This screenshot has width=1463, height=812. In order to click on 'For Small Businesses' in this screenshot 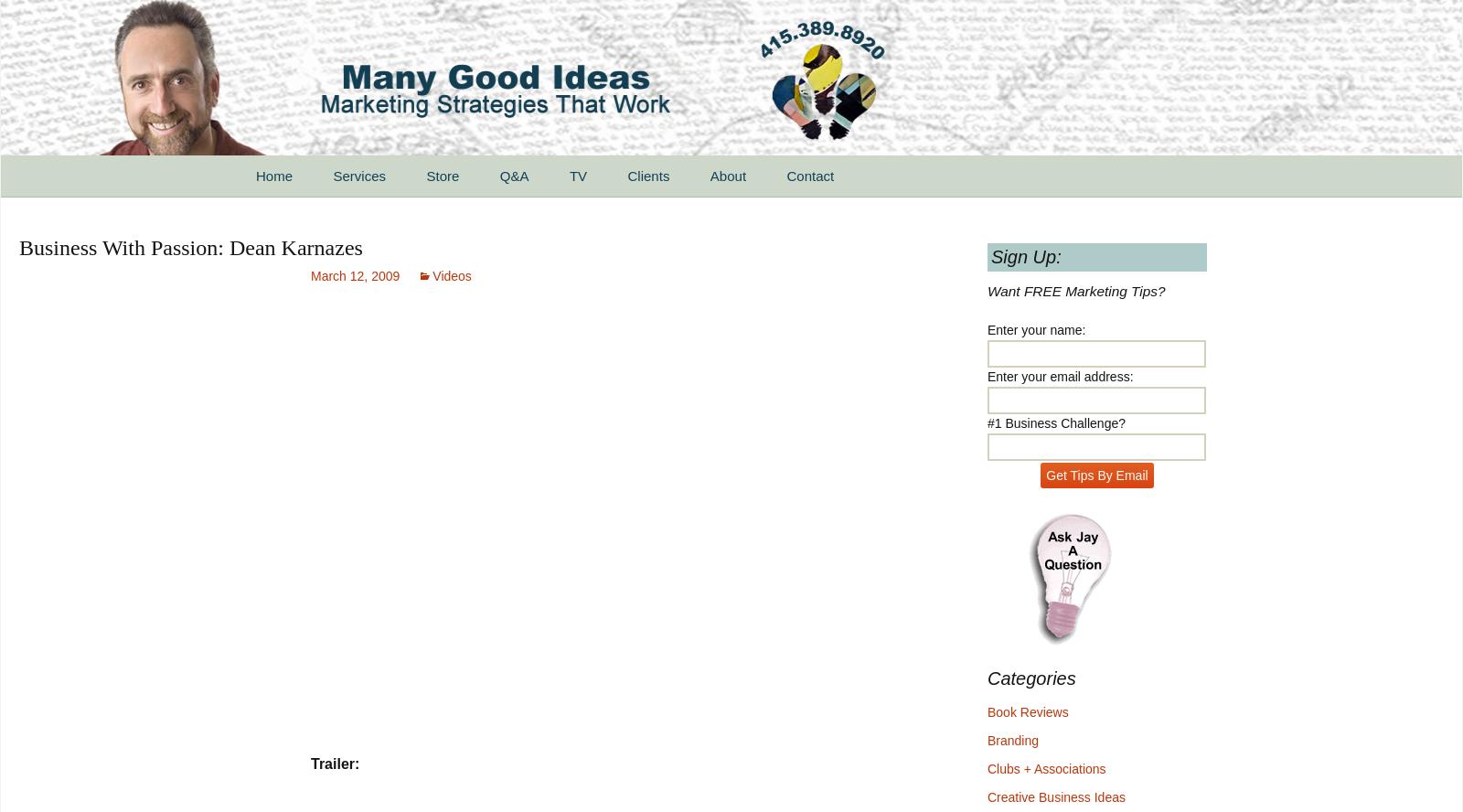, I will do `click(398, 257)`.